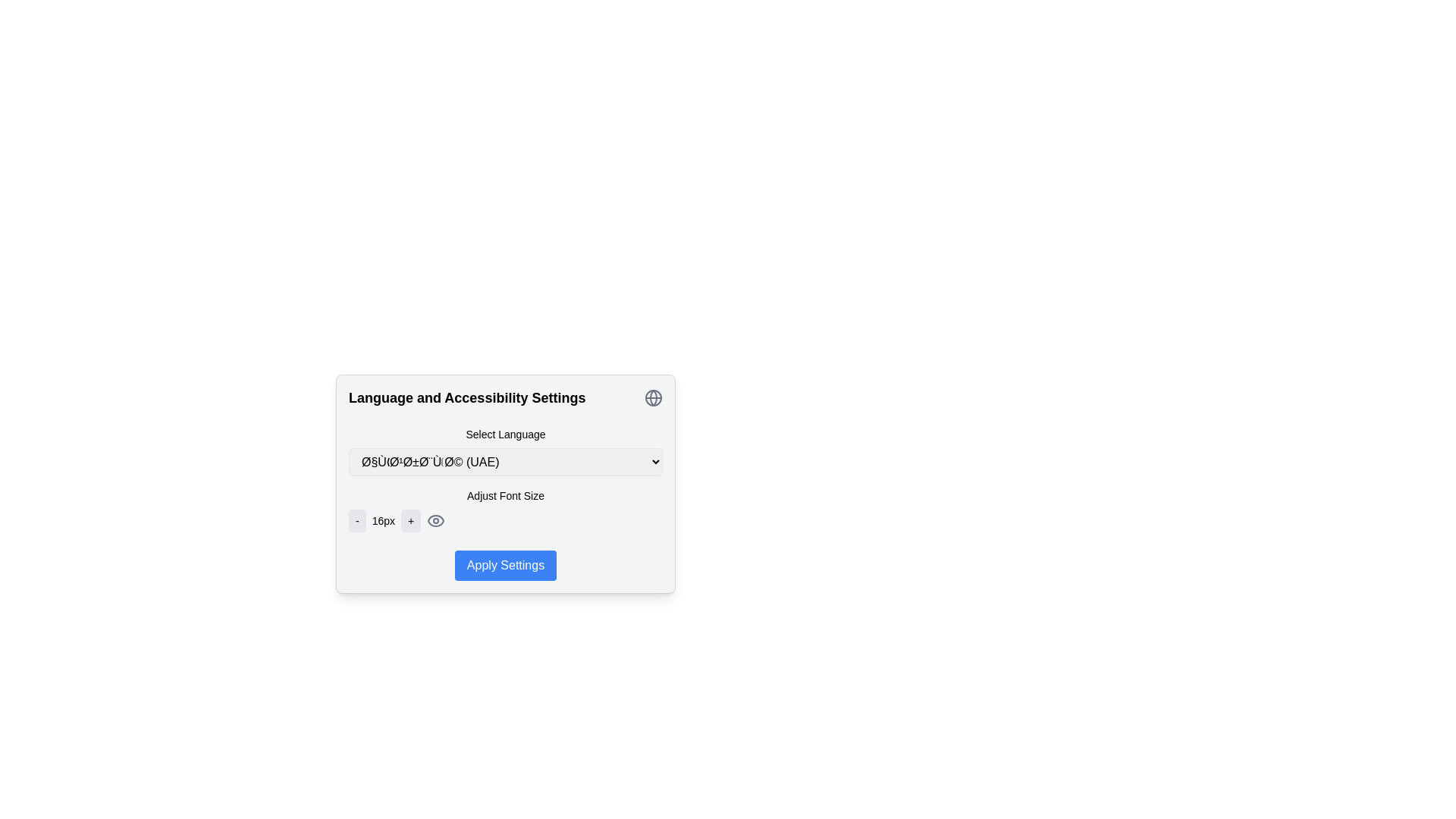  Describe the element at coordinates (506, 565) in the screenshot. I see `the 'Apply' button located centrally at the bottom of the 'Language and Accessibility Settings' card to apply the changes made in the settings interface` at that location.